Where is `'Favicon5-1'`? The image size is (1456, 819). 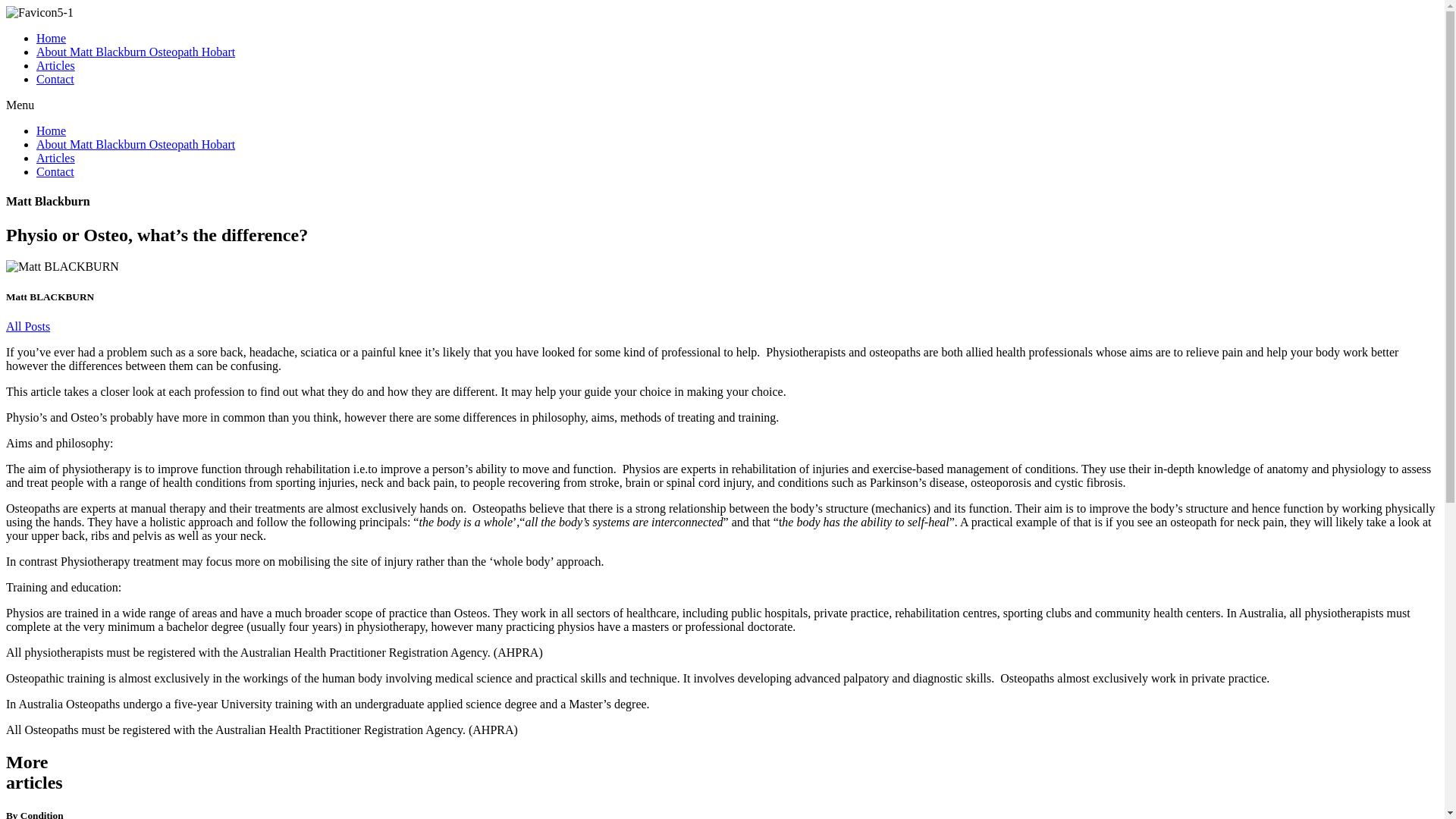 'Favicon5-1' is located at coordinates (39, 12).